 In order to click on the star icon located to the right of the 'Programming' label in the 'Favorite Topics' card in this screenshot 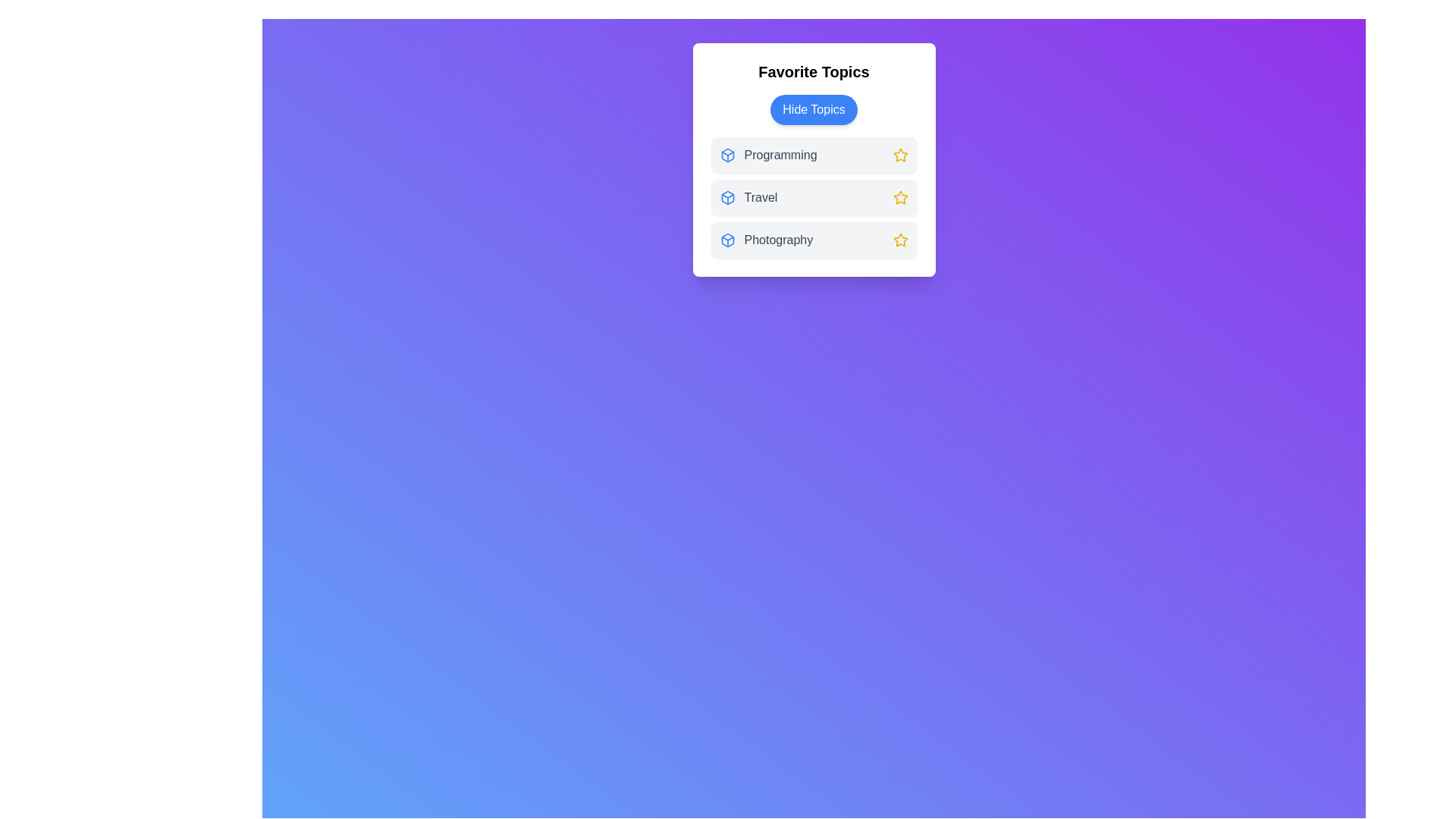, I will do `click(900, 155)`.